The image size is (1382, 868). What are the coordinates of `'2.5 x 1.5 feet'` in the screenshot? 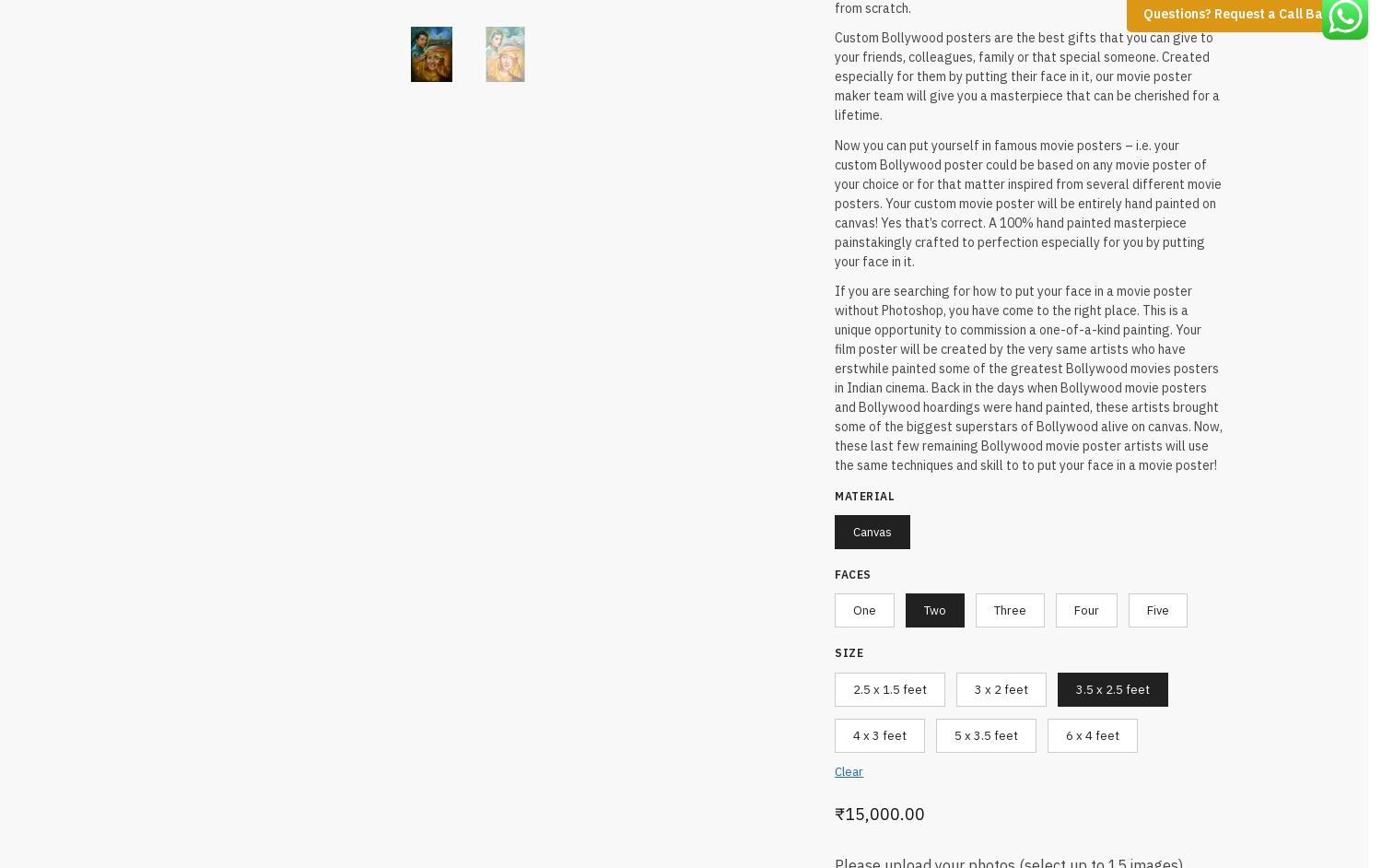 It's located at (852, 685).